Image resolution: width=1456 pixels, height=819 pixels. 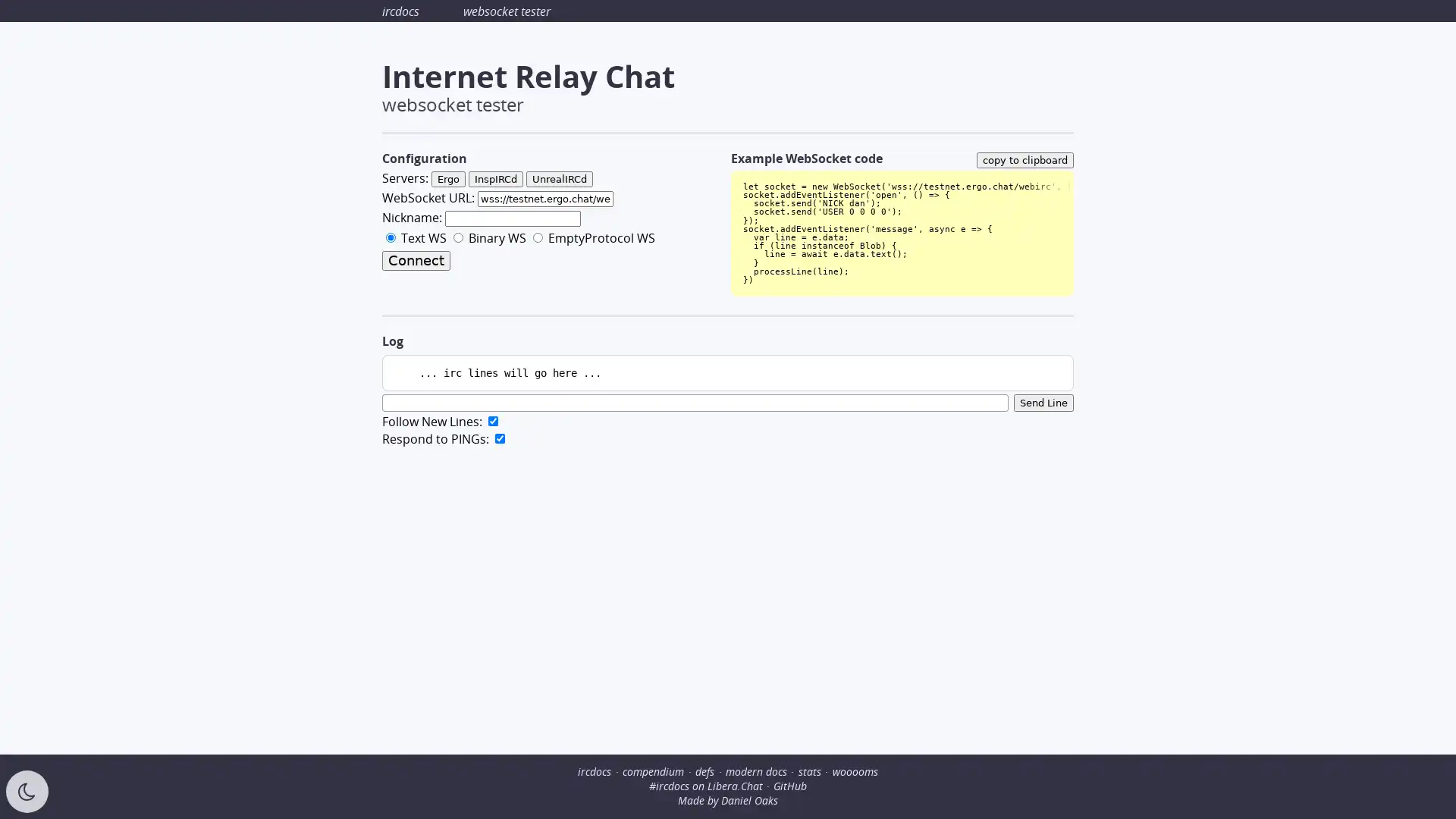 I want to click on copy to clipboard, so click(x=1025, y=159).